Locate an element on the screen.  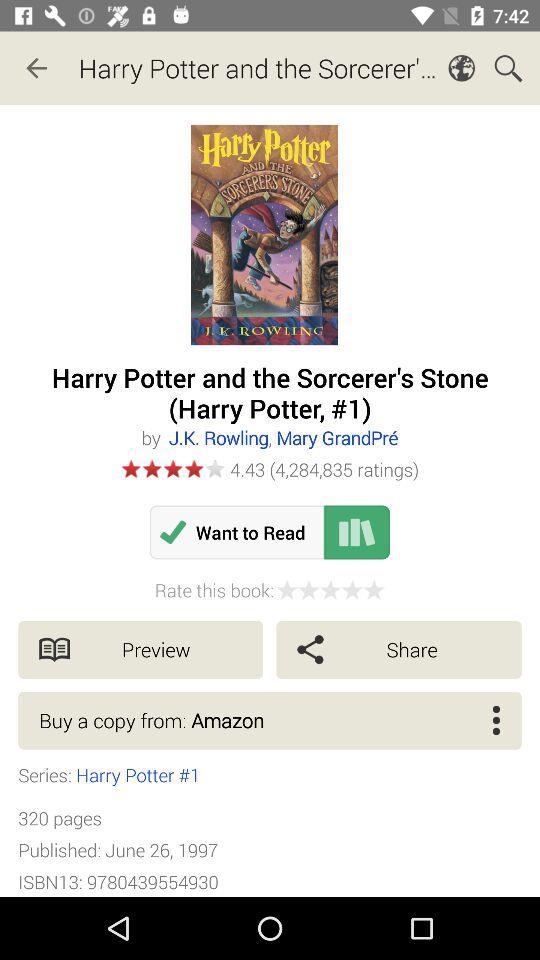
item below the 4 43 4 is located at coordinates (356, 531).